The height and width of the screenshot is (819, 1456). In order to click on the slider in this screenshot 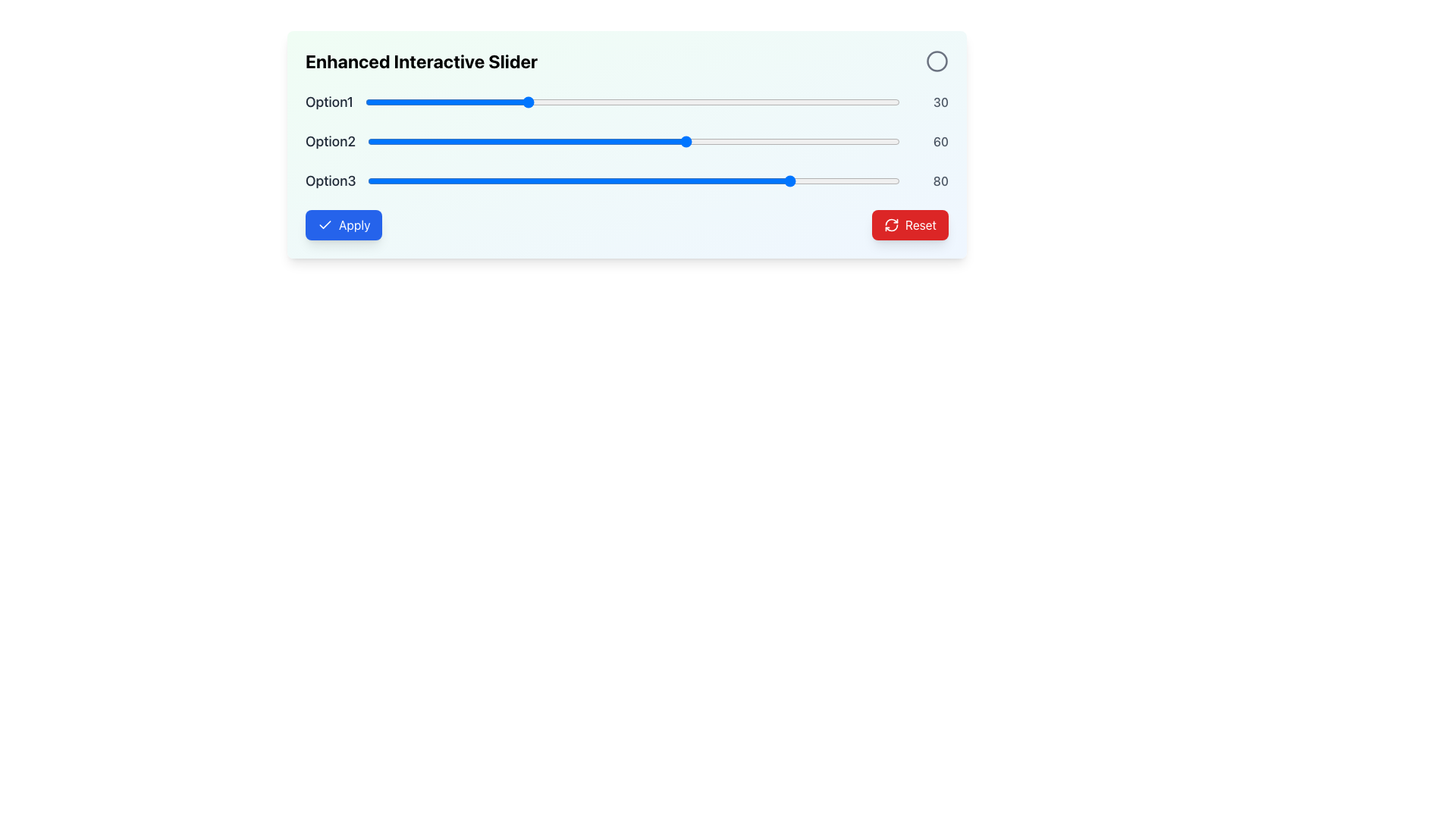, I will do `click(425, 180)`.